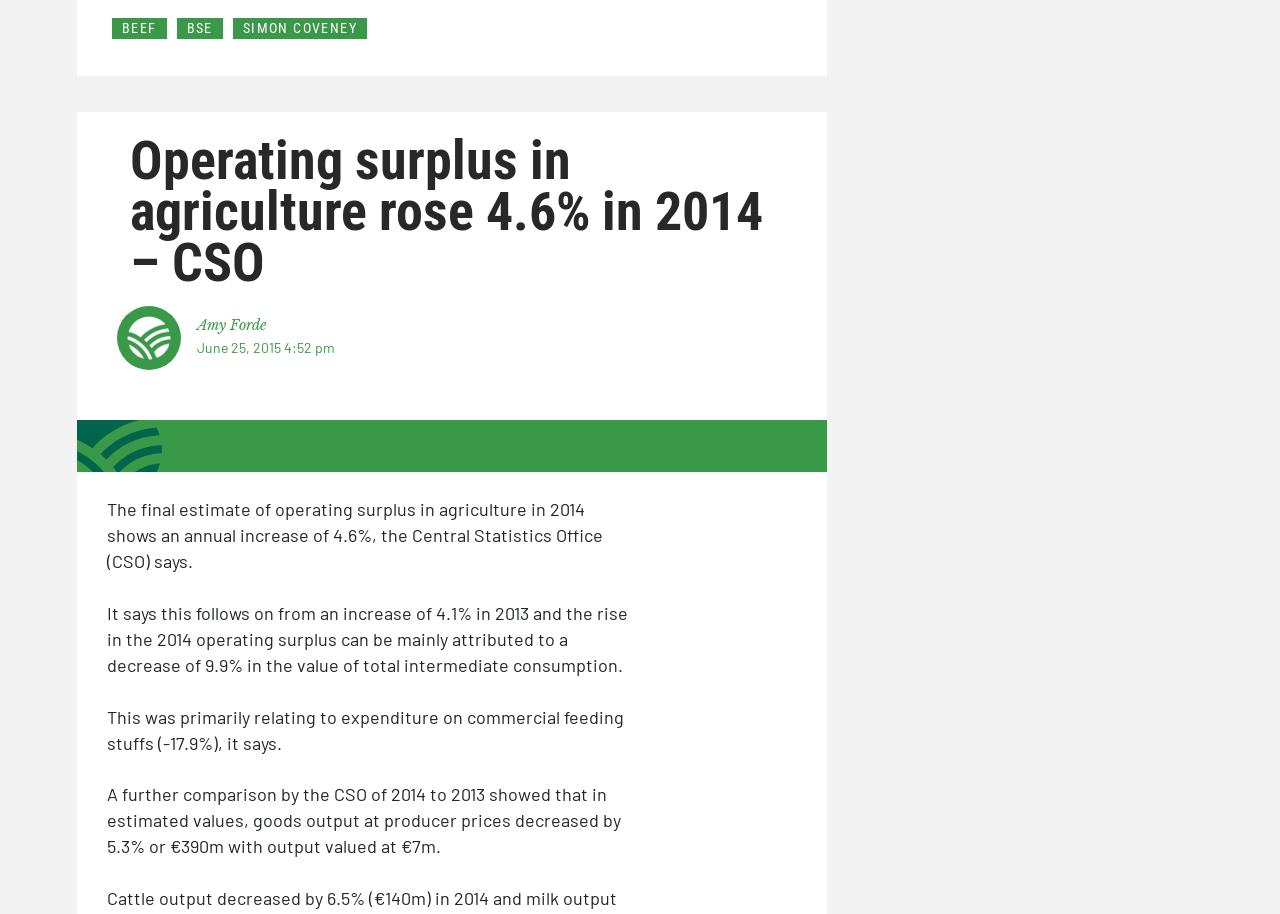  What do you see at coordinates (354, 533) in the screenshot?
I see `'The final estimate of operating surplus in agriculture in 2014 shows an annual increase of 4.6%, the Central Statistics Office (CSO) says.'` at bounding box center [354, 533].